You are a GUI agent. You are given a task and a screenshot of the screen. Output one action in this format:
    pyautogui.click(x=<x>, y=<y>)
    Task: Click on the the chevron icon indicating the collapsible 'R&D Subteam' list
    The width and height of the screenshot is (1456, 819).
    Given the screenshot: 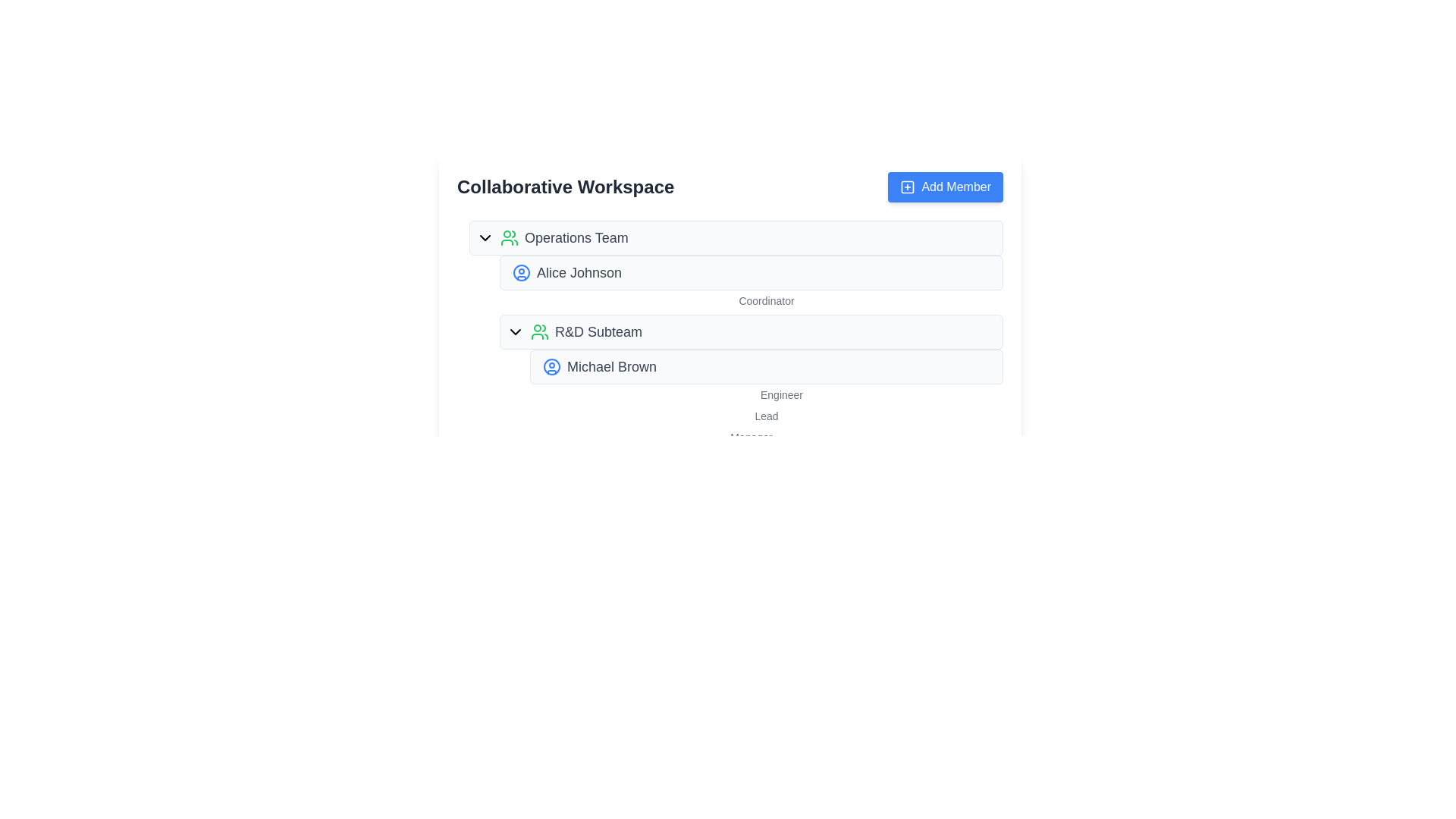 What is the action you would take?
    pyautogui.click(x=516, y=331)
    